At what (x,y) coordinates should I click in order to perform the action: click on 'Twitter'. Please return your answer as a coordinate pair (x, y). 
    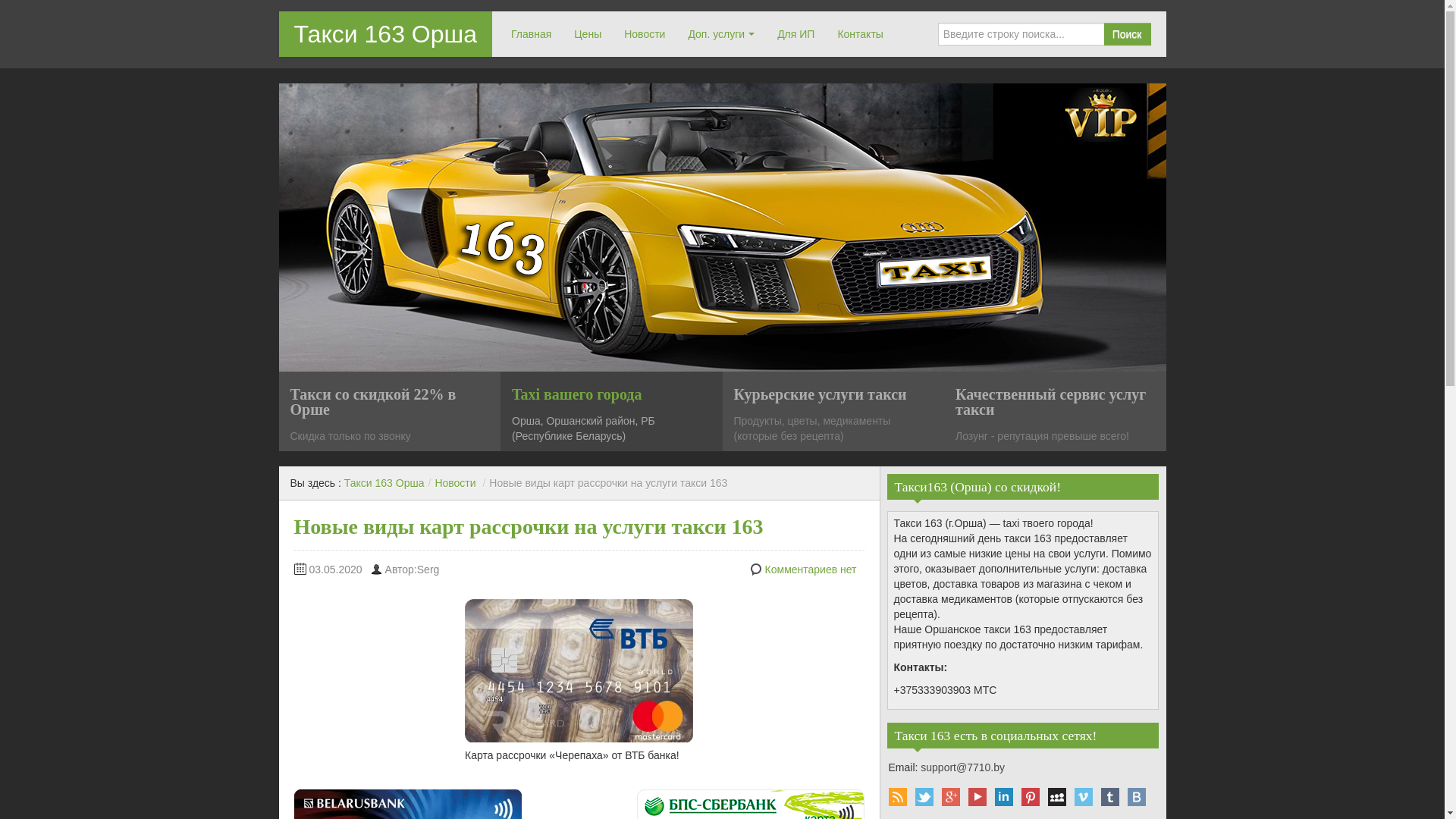
    Looking at the image, I should click on (923, 795).